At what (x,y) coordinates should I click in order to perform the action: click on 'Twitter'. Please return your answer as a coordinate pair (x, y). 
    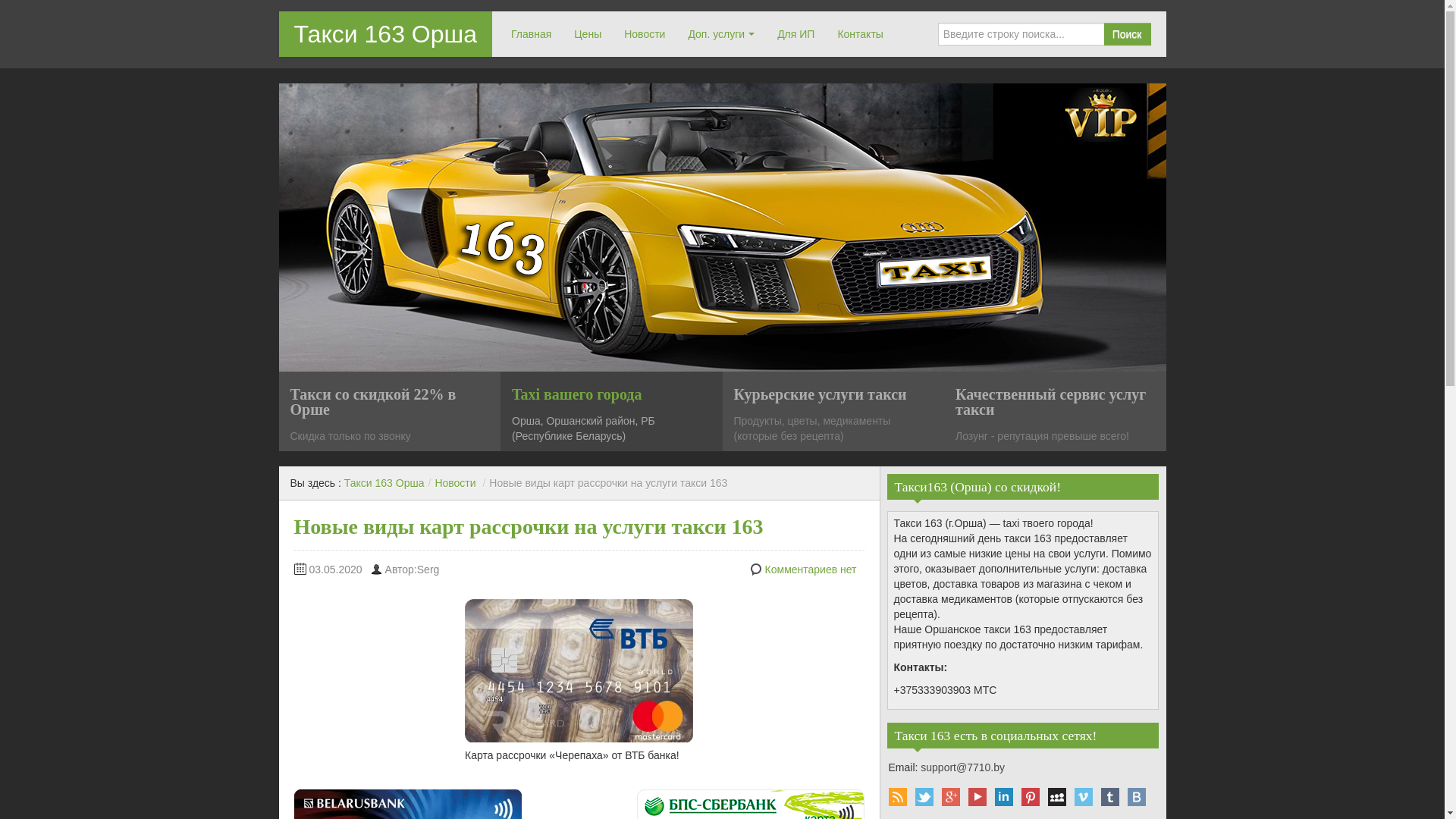
    Looking at the image, I should click on (923, 795).